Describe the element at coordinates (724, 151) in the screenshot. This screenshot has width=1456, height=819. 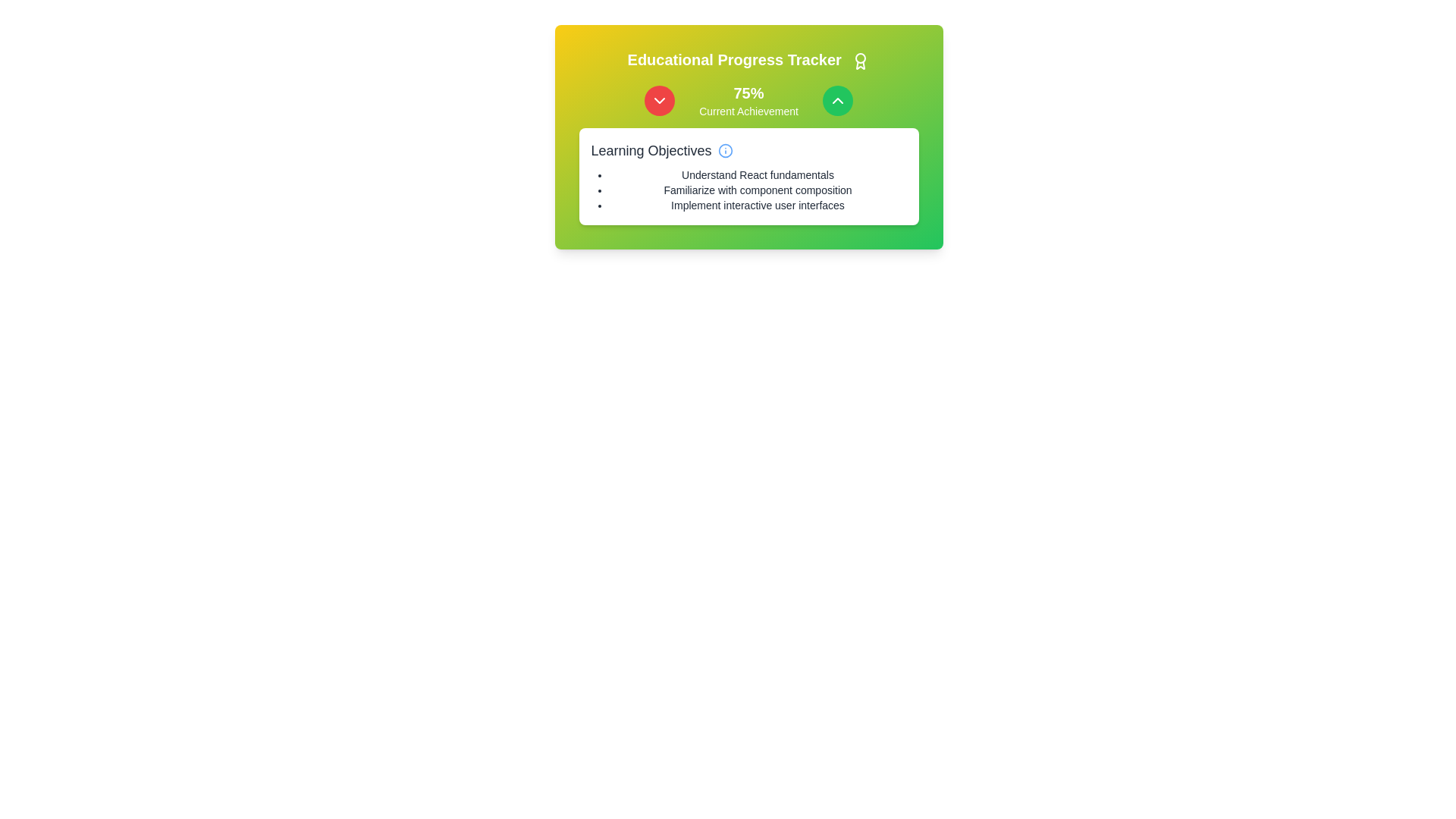
I see `the informational tooltip indicator located to the right of the 'Learning Objectives' heading` at that location.